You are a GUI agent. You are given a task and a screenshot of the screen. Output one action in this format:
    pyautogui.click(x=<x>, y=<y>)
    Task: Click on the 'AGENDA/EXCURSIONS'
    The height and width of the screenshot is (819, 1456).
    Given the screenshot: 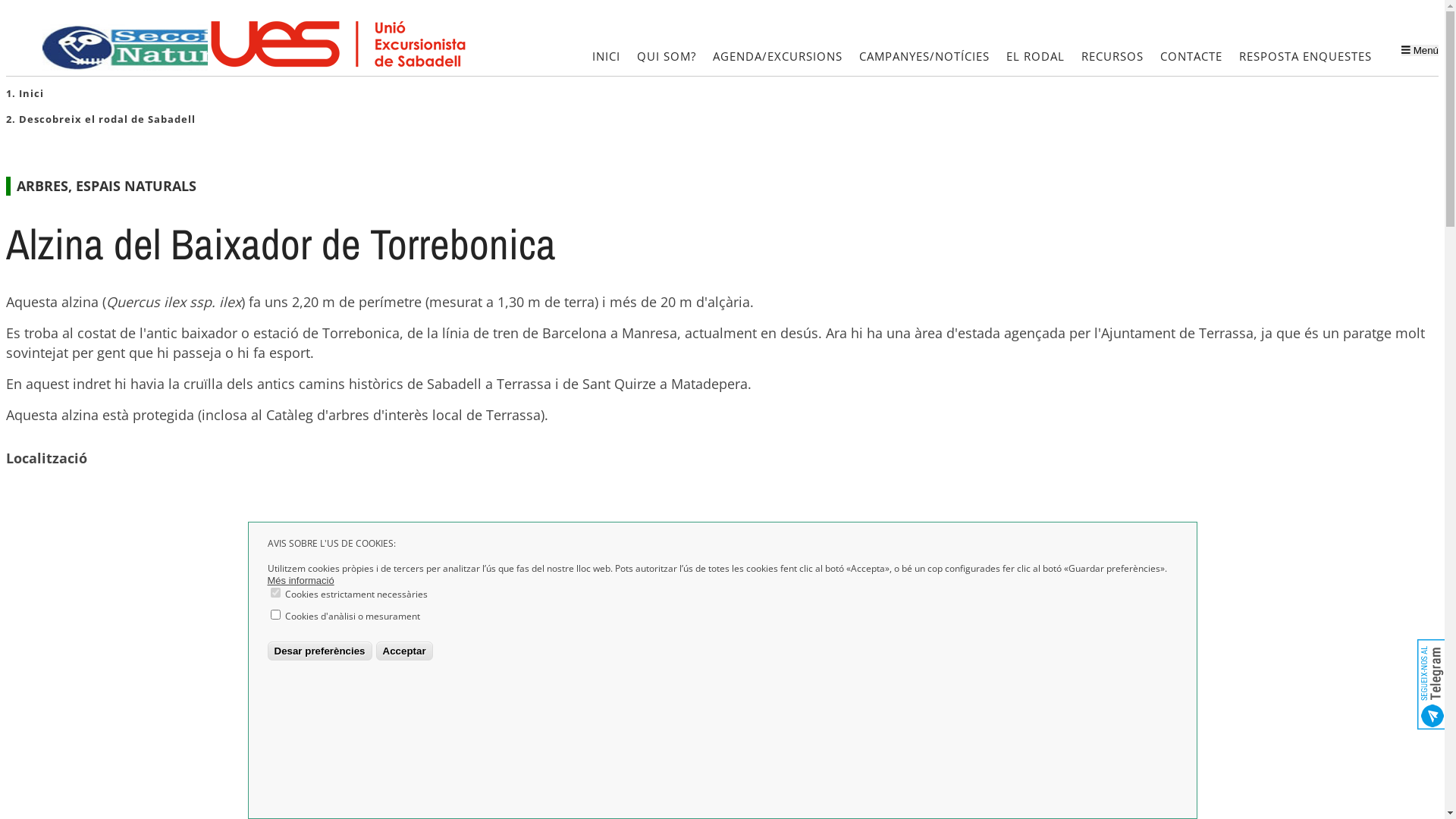 What is the action you would take?
    pyautogui.click(x=705, y=56)
    